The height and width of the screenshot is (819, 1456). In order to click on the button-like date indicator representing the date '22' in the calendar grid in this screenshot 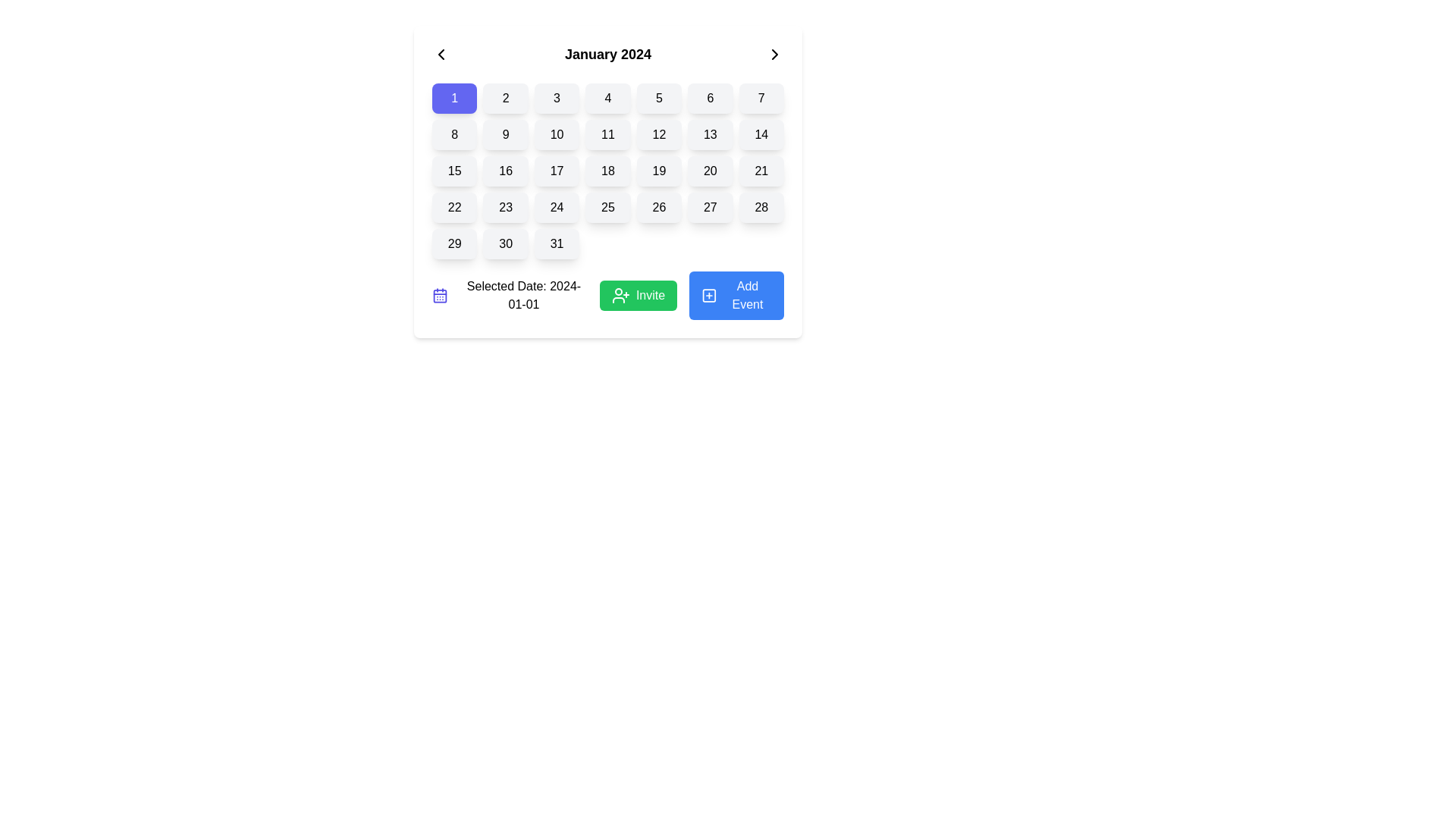, I will do `click(453, 207)`.